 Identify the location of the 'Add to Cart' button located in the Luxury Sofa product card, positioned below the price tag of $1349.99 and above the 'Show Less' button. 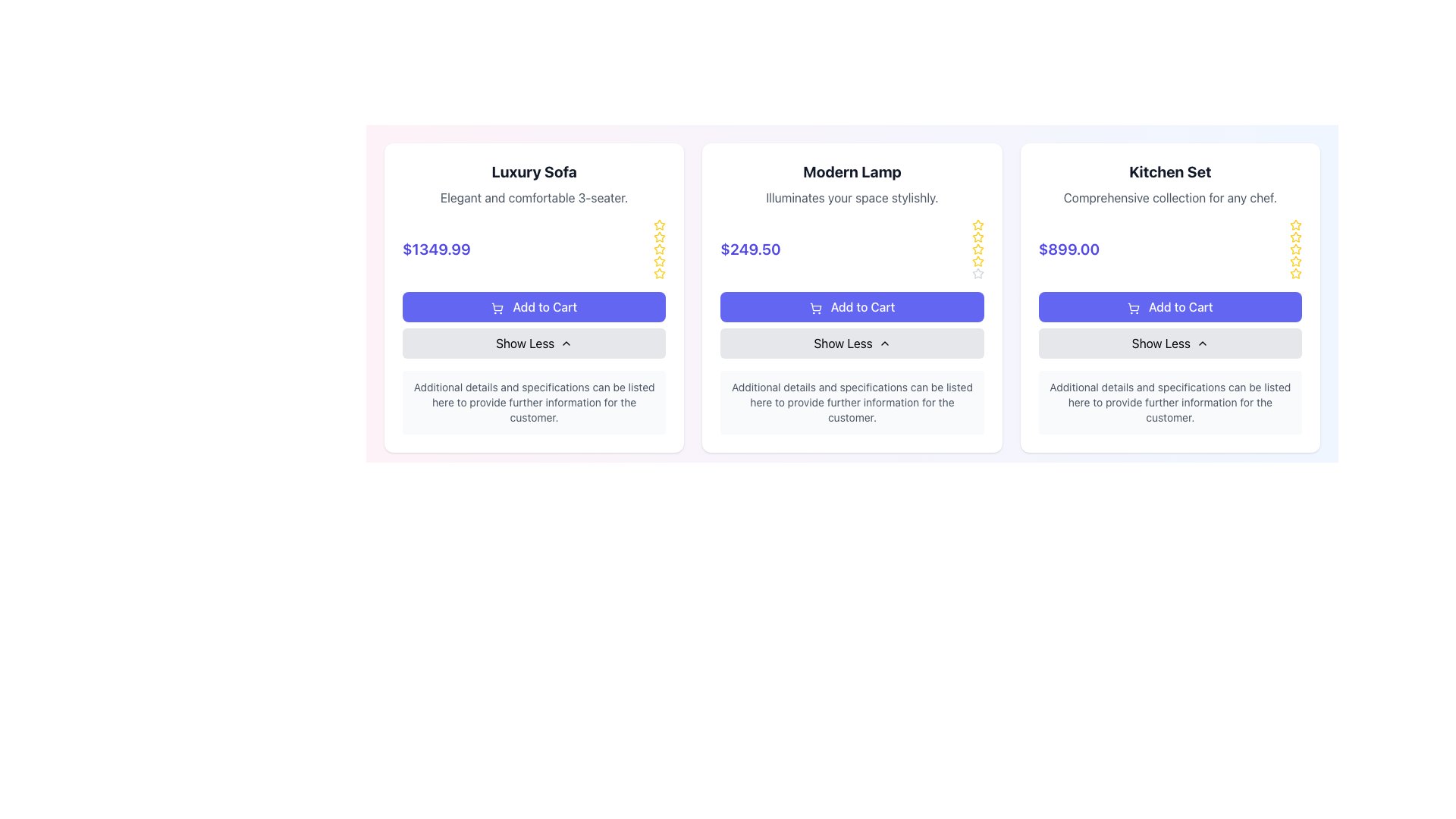
(534, 307).